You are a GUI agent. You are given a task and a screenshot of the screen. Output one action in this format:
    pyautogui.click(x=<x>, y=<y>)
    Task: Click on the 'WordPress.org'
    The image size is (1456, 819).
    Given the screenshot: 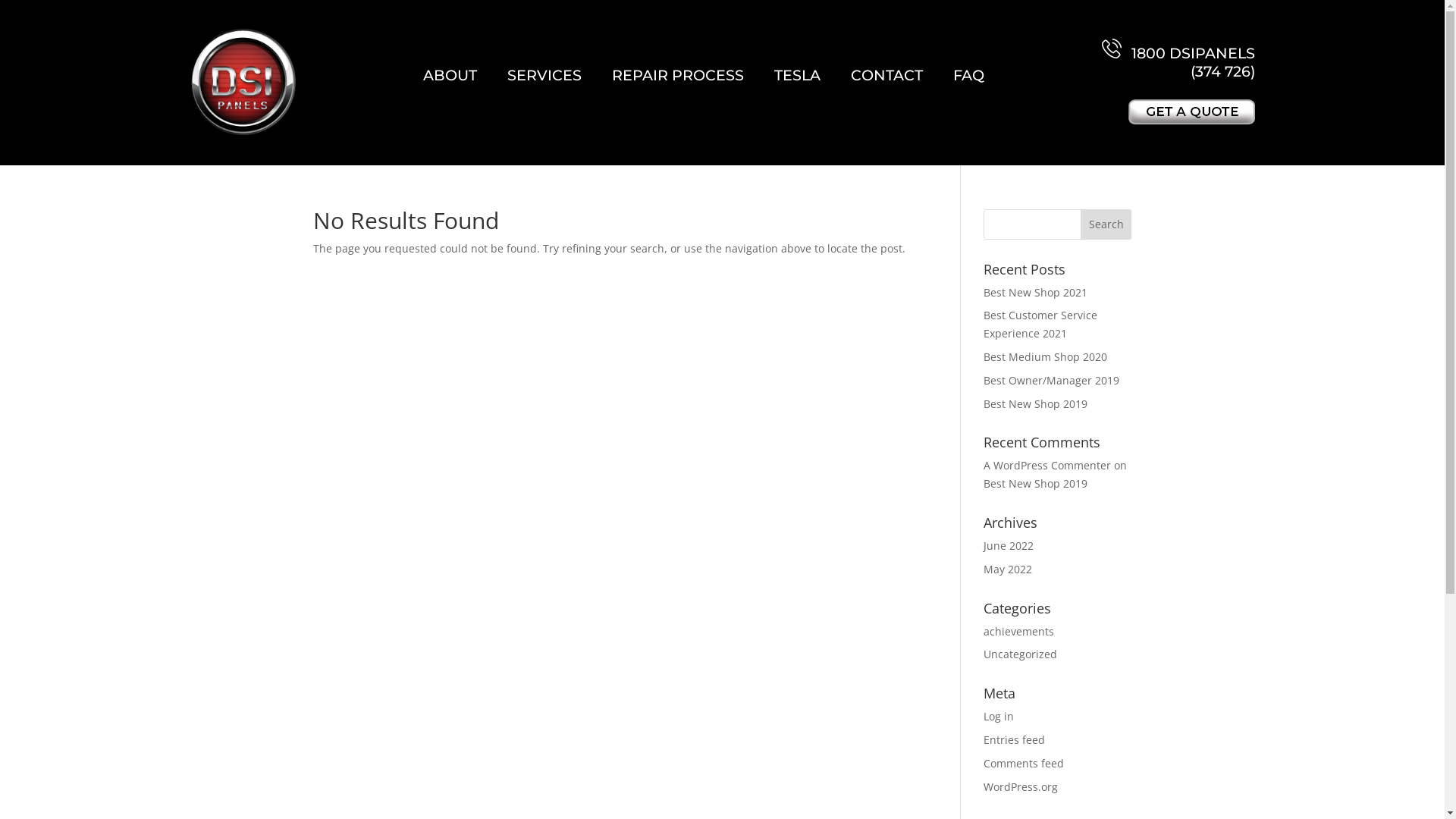 What is the action you would take?
    pyautogui.click(x=1020, y=786)
    